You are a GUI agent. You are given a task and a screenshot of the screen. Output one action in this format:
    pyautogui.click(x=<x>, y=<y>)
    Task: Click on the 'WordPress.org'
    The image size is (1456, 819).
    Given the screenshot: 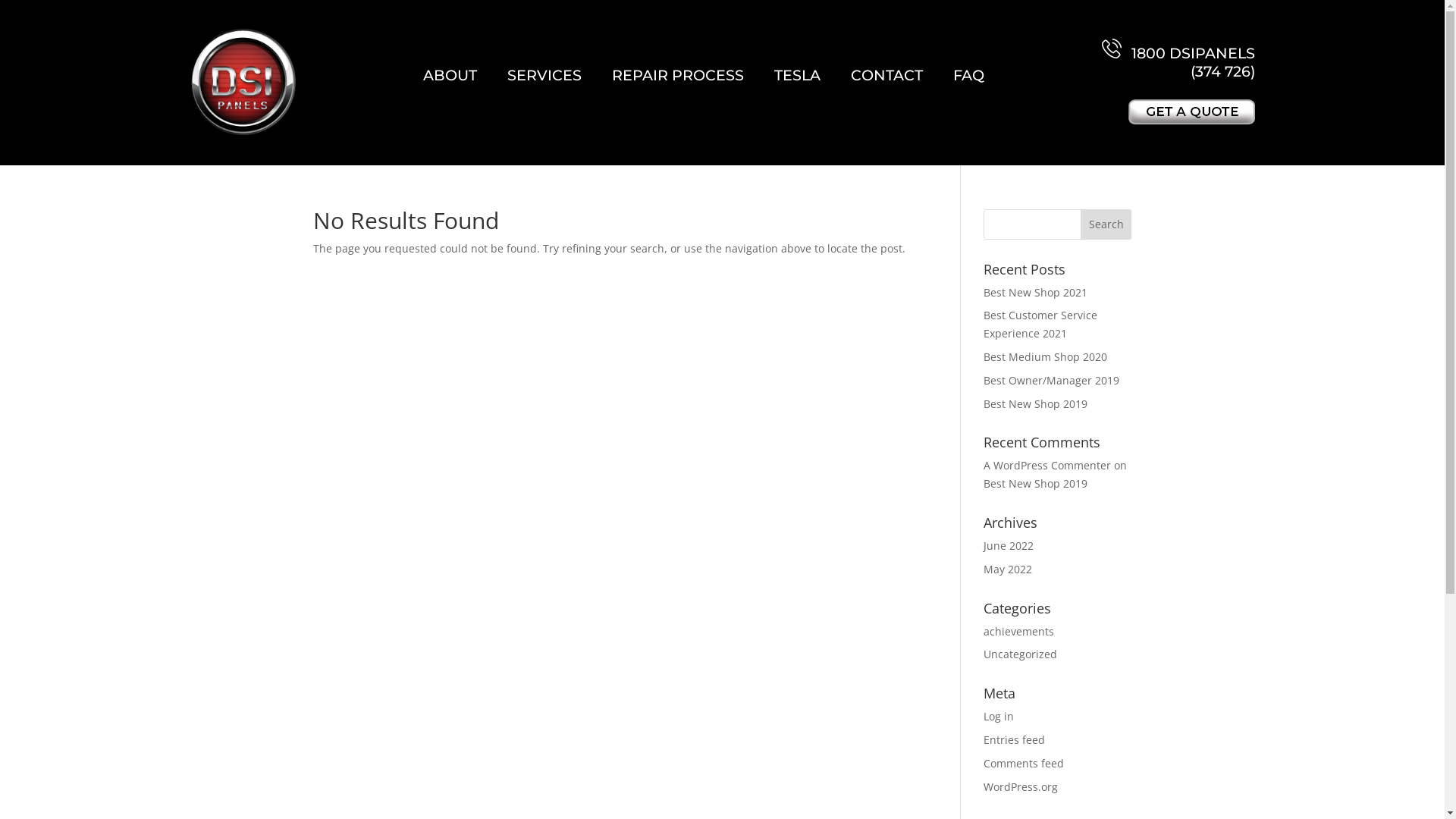 What is the action you would take?
    pyautogui.click(x=1020, y=786)
    